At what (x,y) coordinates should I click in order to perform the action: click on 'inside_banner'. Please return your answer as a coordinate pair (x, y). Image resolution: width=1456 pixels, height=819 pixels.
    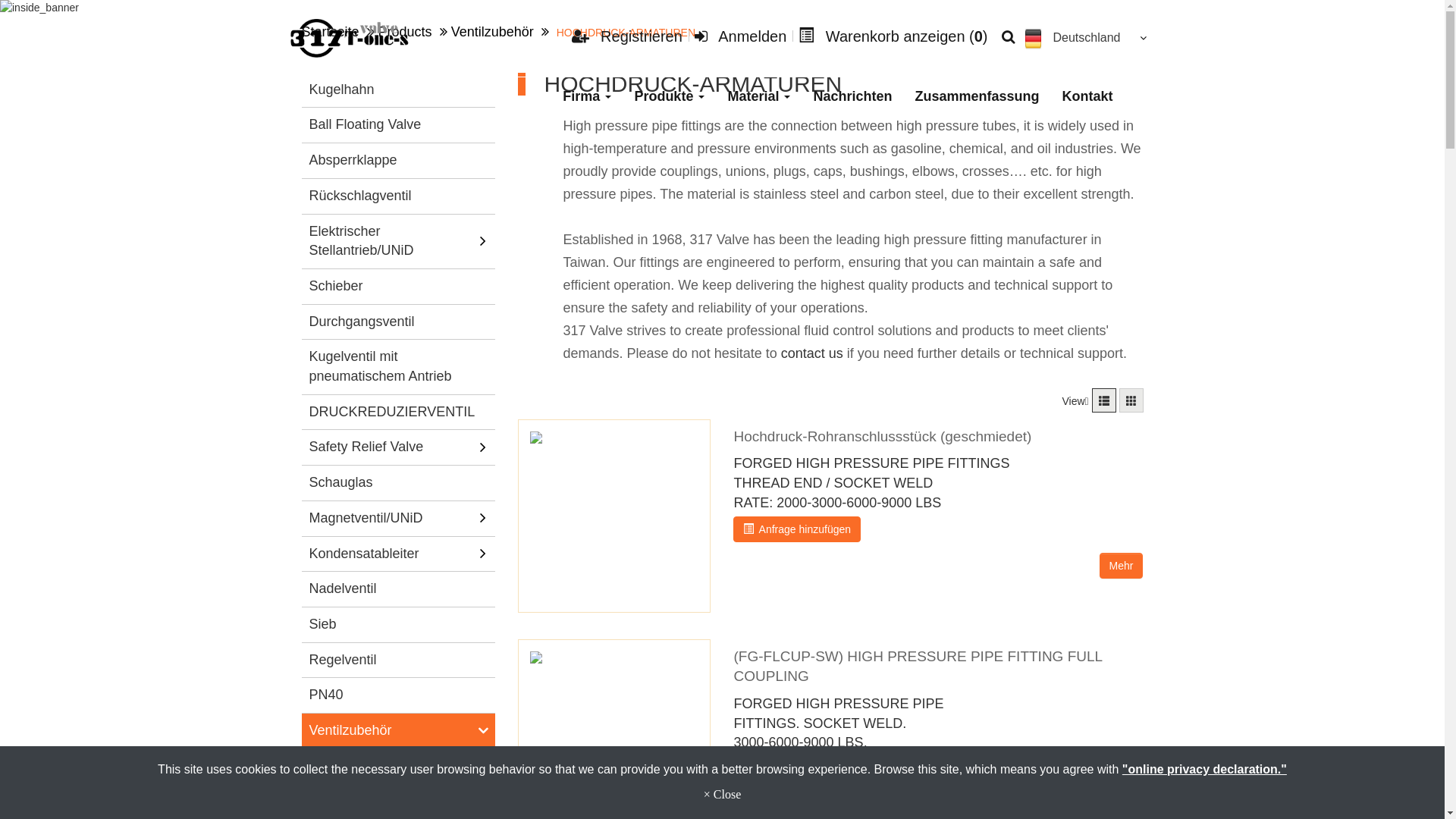
    Looking at the image, I should click on (0, 8).